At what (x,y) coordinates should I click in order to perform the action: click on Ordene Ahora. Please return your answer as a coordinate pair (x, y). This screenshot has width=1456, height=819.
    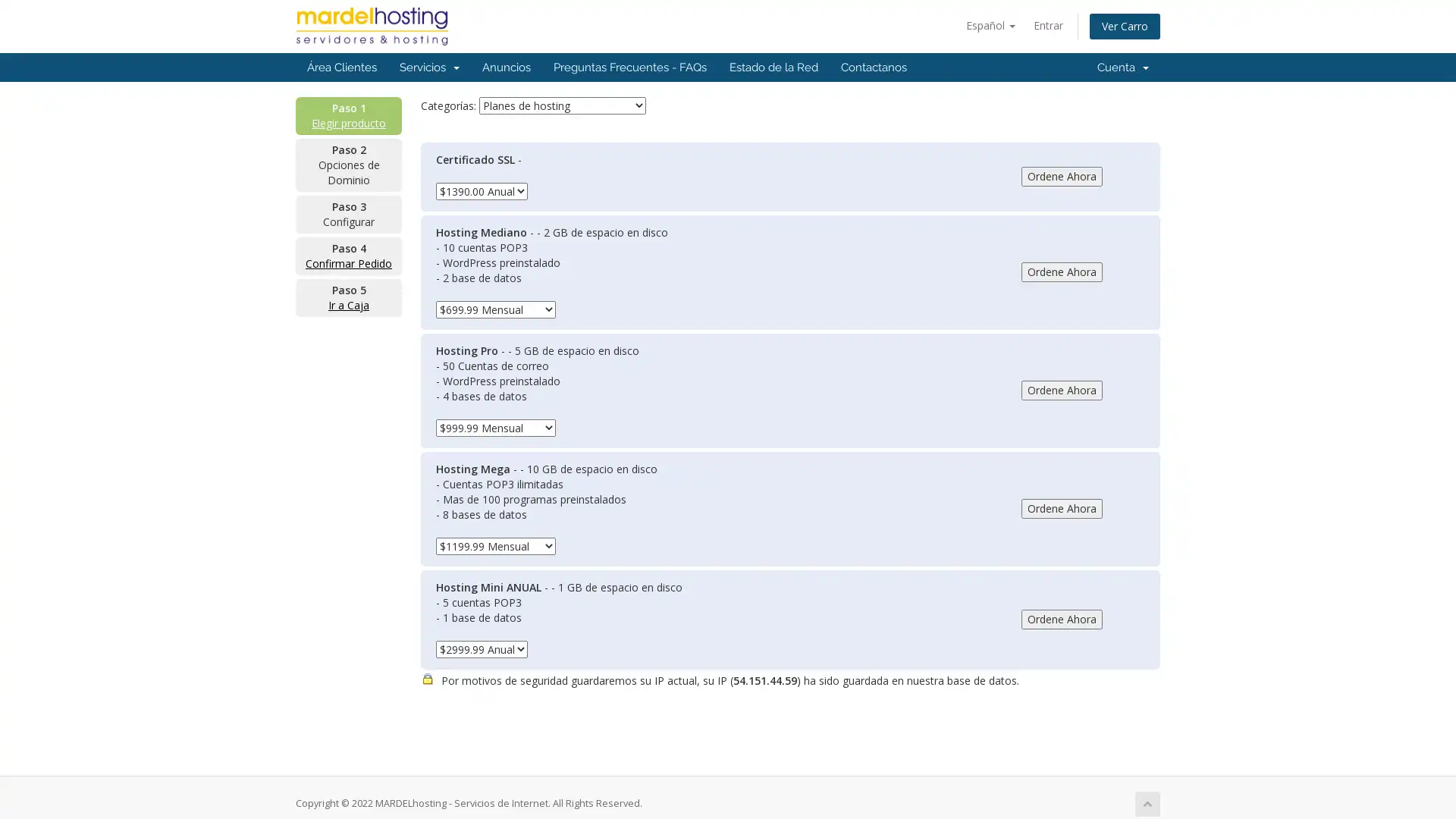
    Looking at the image, I should click on (1061, 508).